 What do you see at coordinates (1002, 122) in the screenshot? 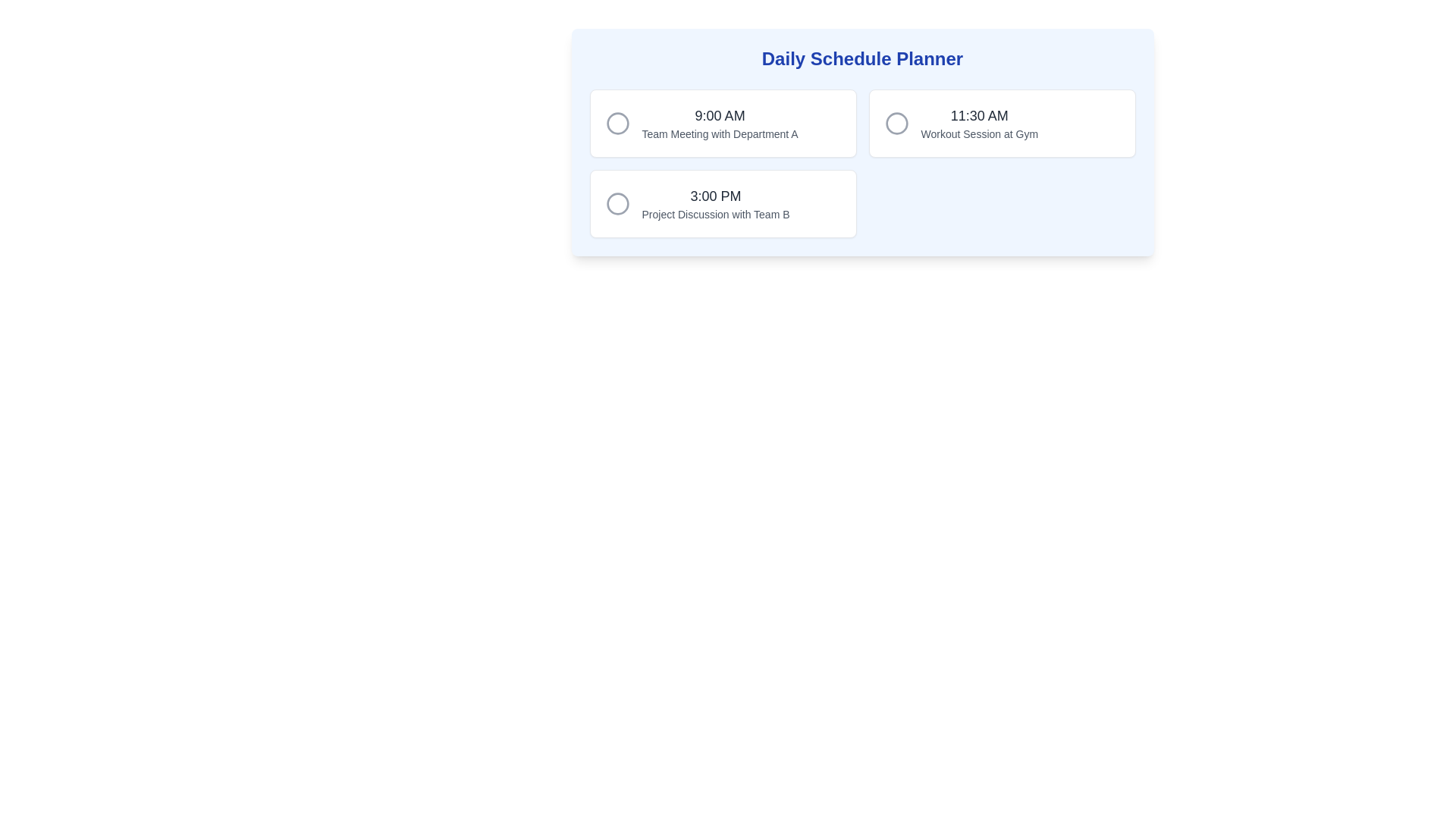
I see `the card containing the text '11:30 AM' and 'Workout Session at Gym' for accessibility navigation` at bounding box center [1002, 122].